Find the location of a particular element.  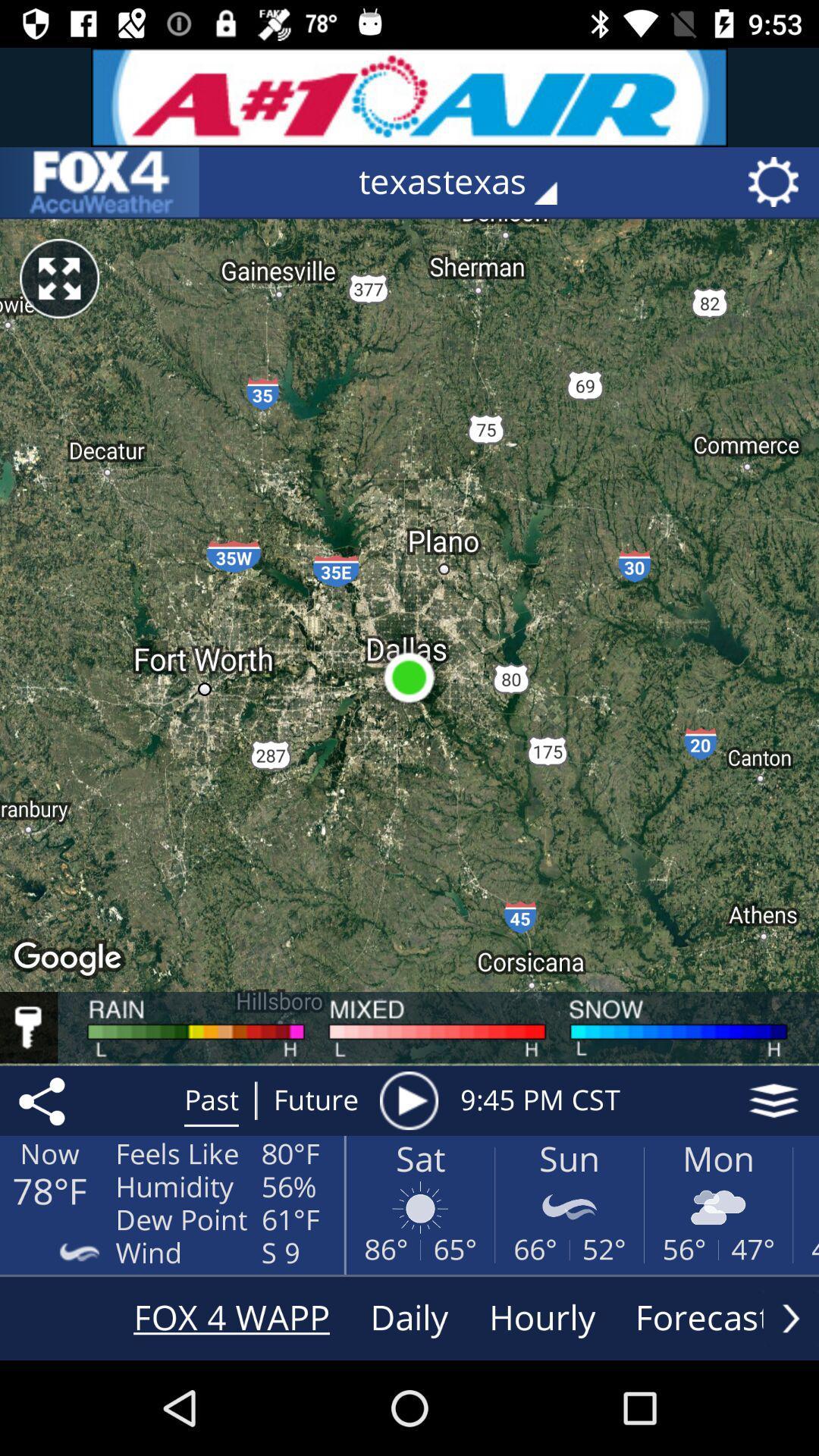

visit the app-maker 's website is located at coordinates (99, 182).